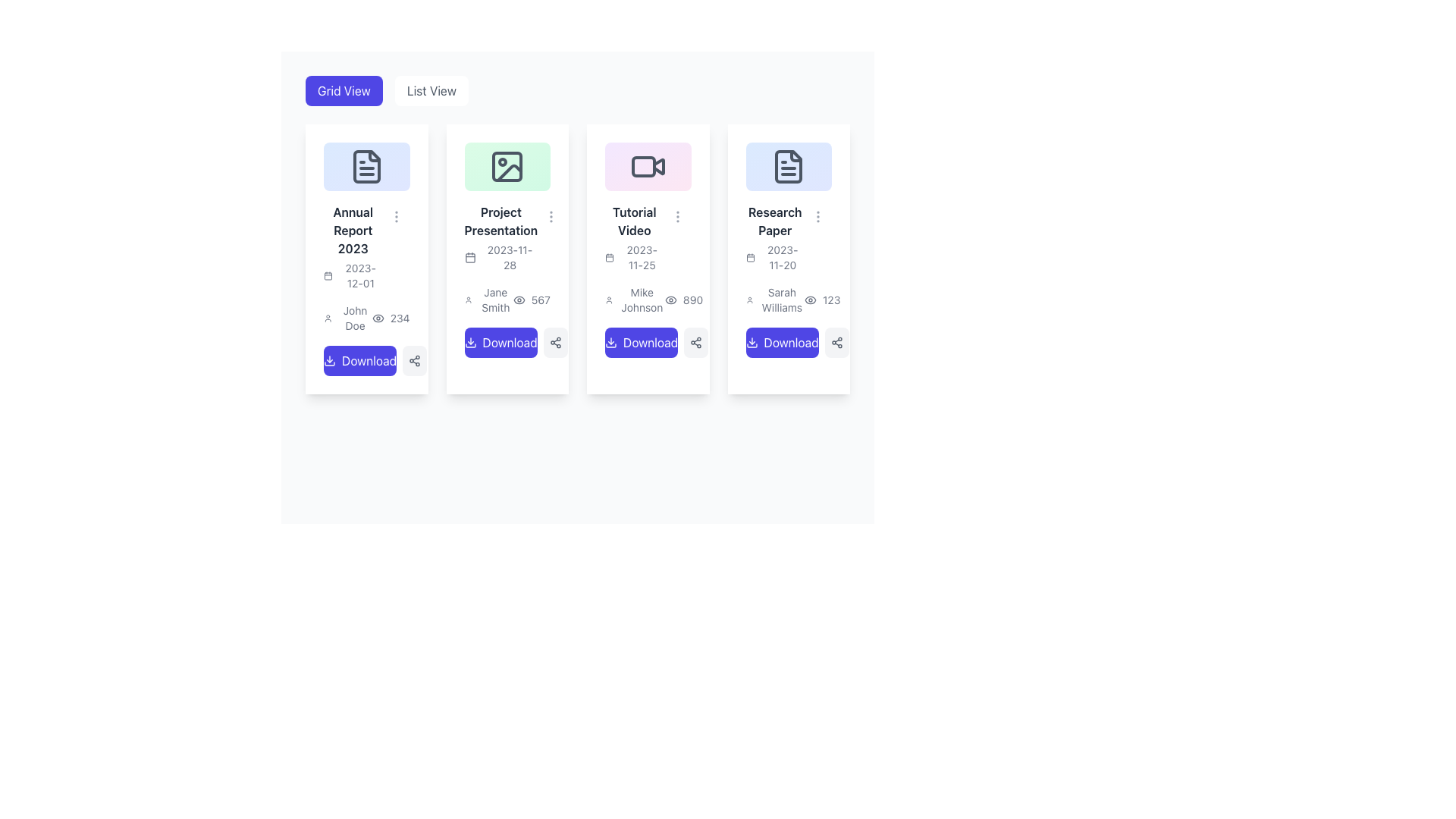  What do you see at coordinates (507, 342) in the screenshot?
I see `the second 'Download' button with a purple background and white text located at the bottom of the 'Project Presentation' card to initiate the download` at bounding box center [507, 342].